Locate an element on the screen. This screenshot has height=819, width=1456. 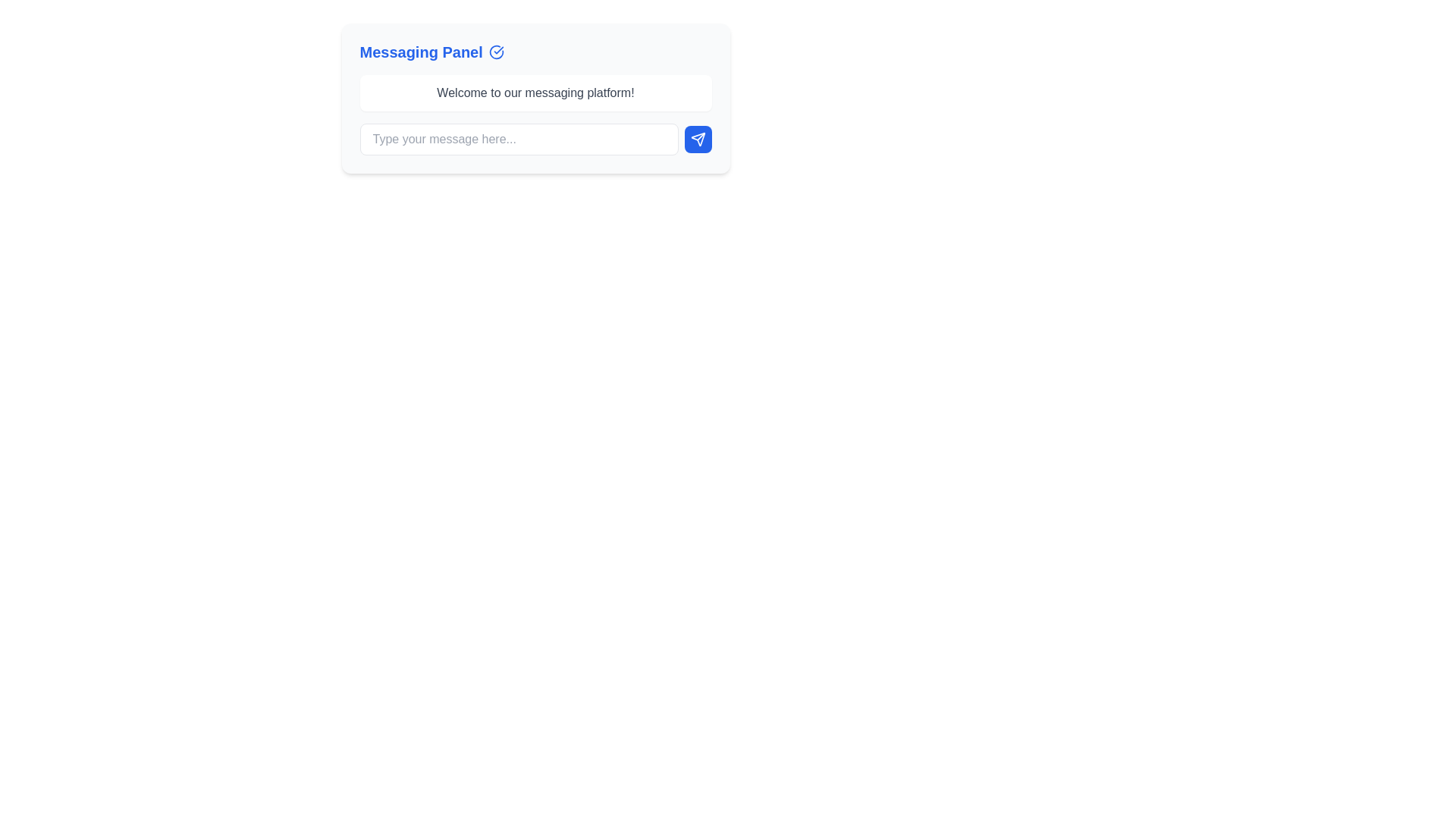
the blue button featuring a paper airplane icon located in the bottom-right corner of the messaging input field to send the entered text is located at coordinates (697, 140).